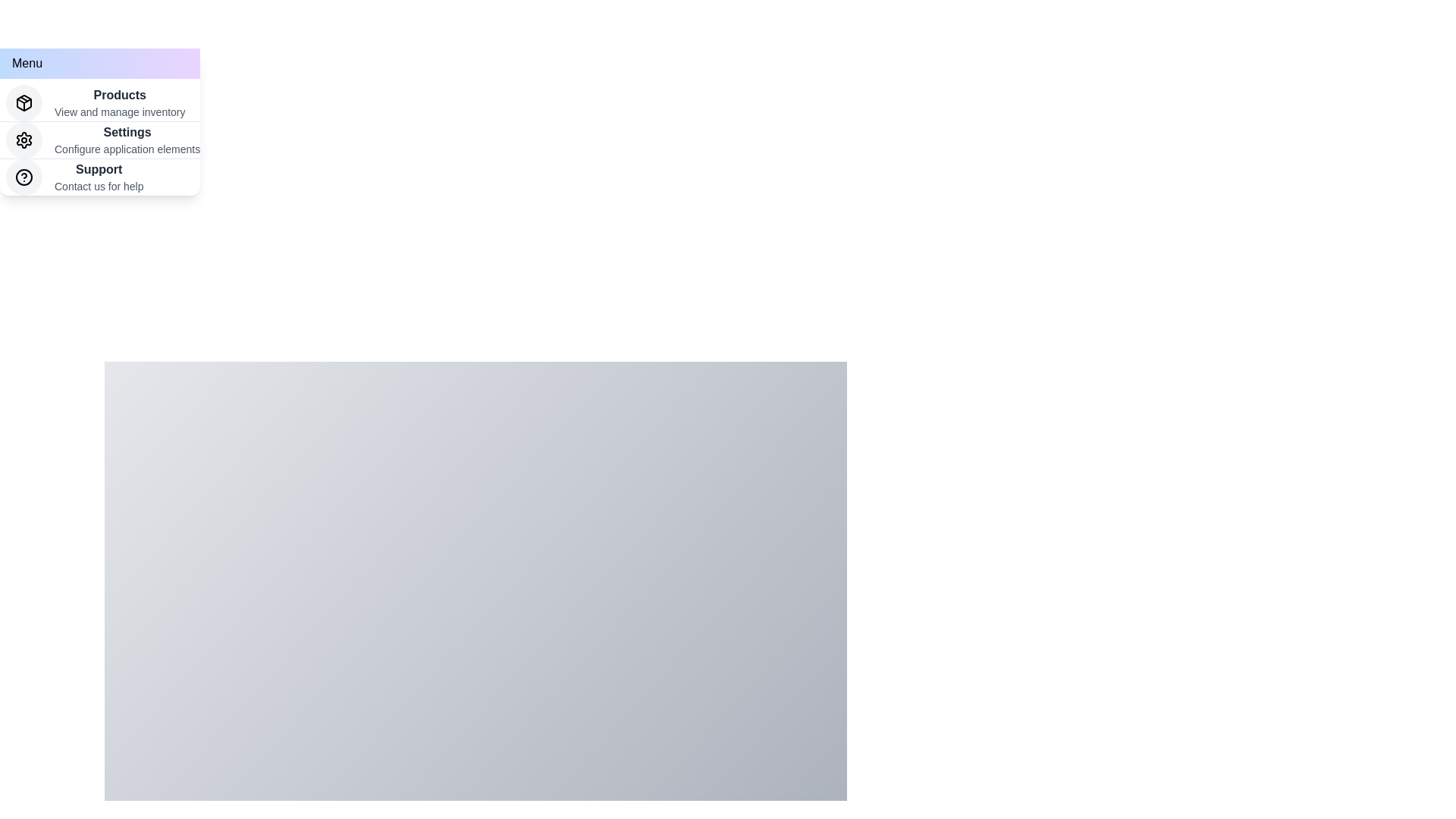  Describe the element at coordinates (119, 96) in the screenshot. I see `the 'Products' menu item to select it` at that location.